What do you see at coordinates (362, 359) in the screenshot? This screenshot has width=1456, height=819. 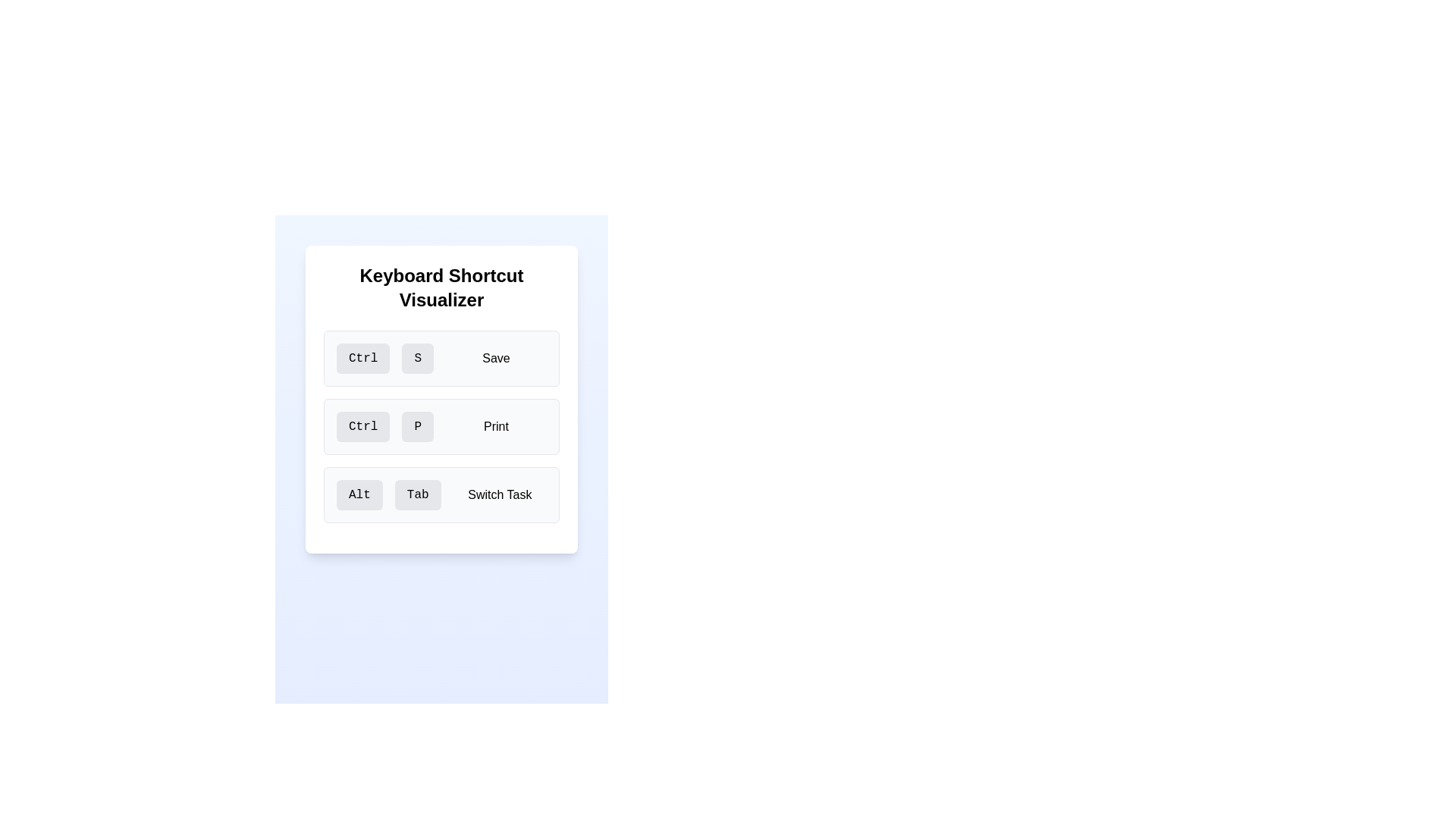 I see `the static visual representation of the 'Ctrl' key, which is the first element in a horizontal sequence of keyboard shortcut buttons` at bounding box center [362, 359].